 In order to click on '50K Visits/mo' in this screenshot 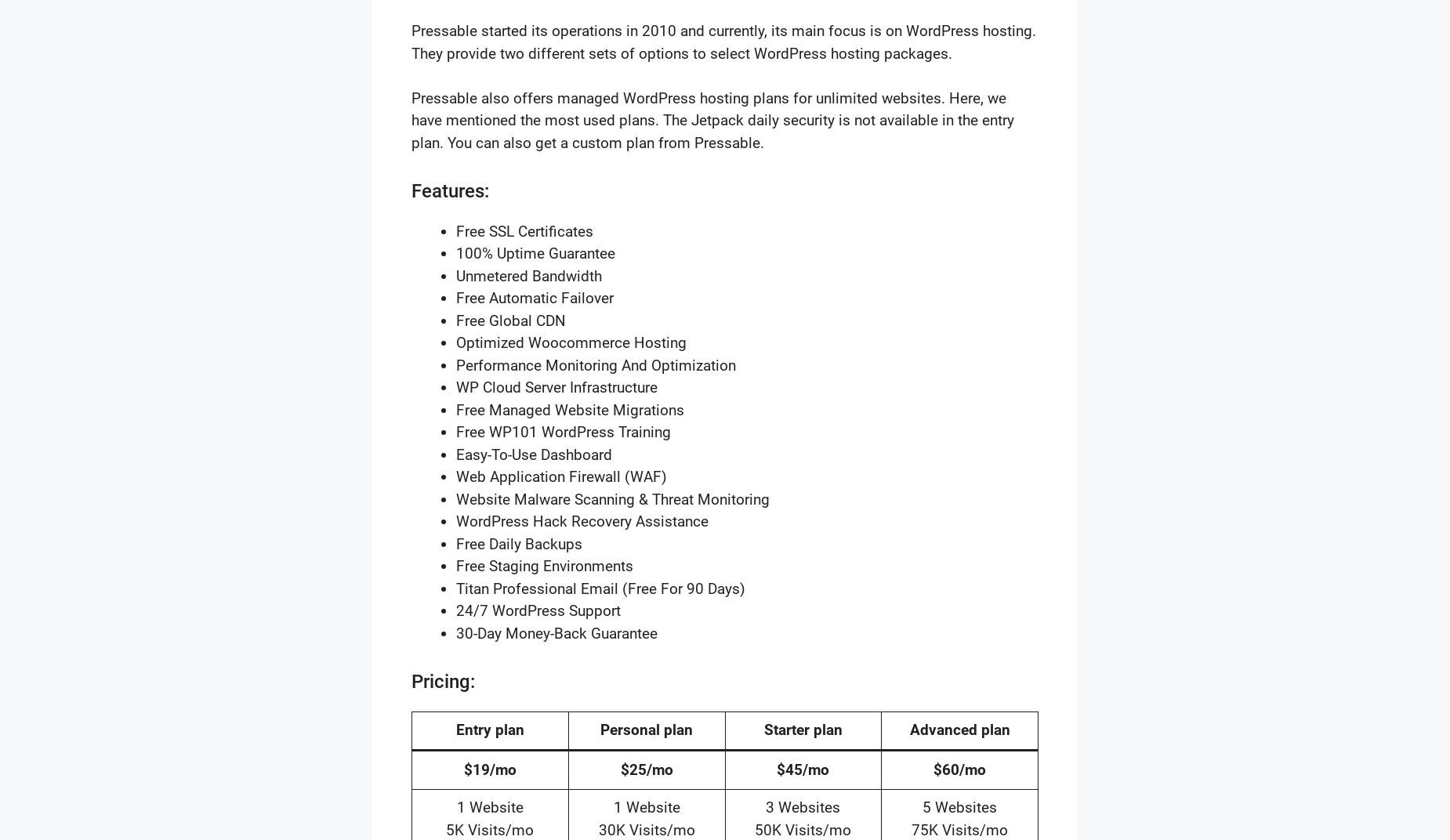, I will do `click(802, 829)`.